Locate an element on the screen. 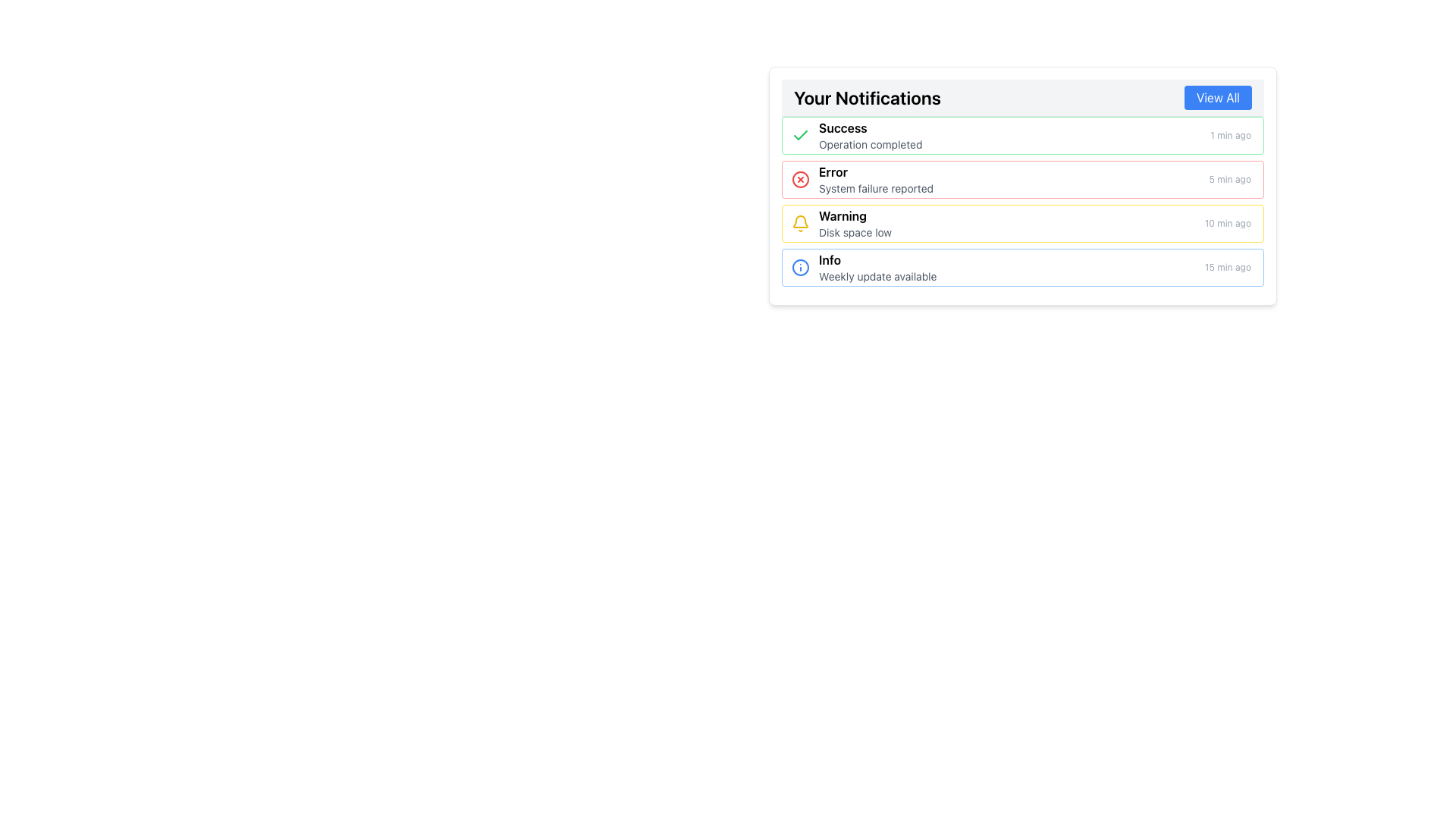 The width and height of the screenshot is (1456, 819). the button located in the top-right corner of the 'Your Notifications' bar is located at coordinates (1218, 97).